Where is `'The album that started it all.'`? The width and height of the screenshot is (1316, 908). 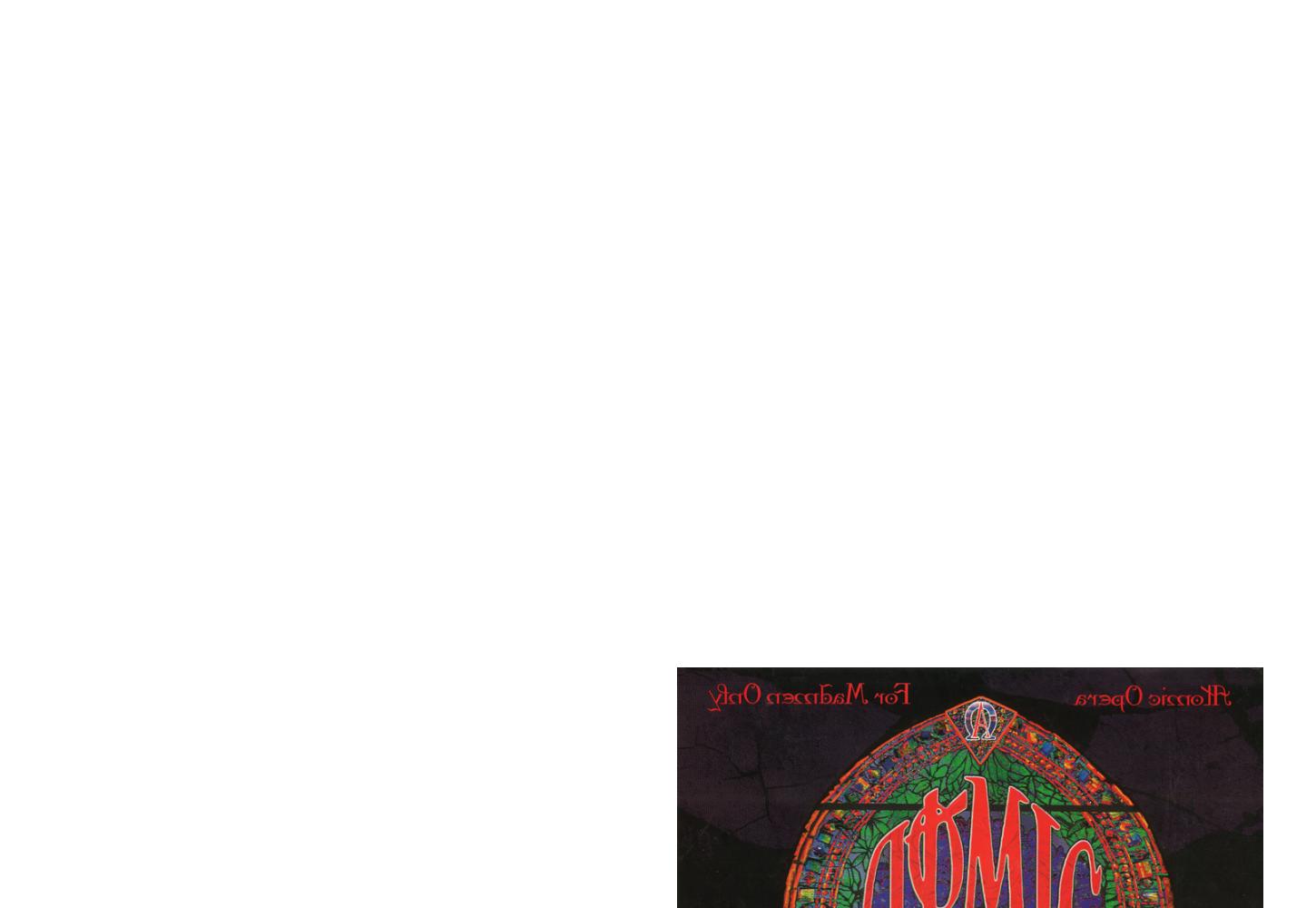 'The album that started it all.' is located at coordinates (193, 638).